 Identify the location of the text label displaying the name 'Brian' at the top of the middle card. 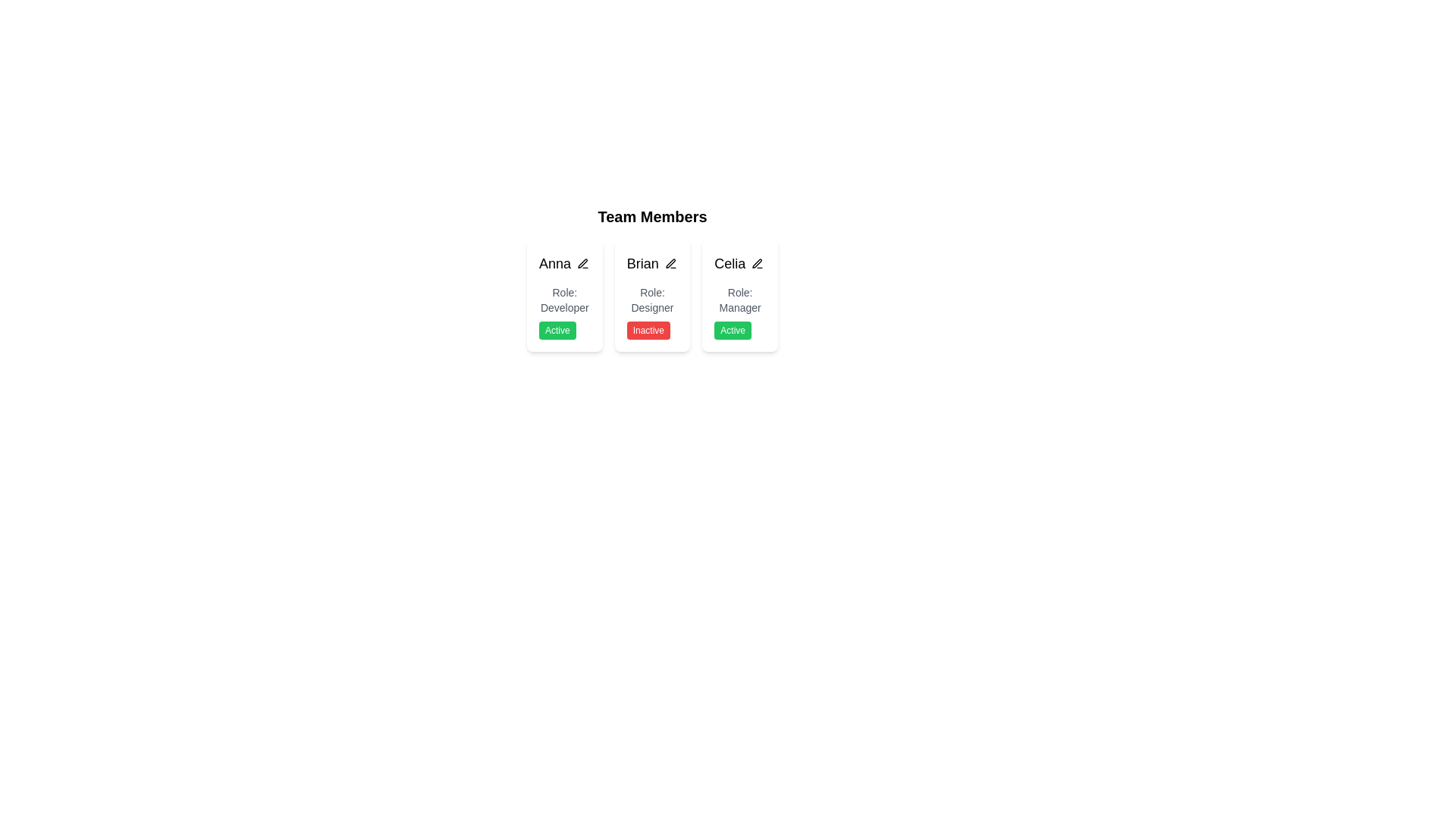
(652, 262).